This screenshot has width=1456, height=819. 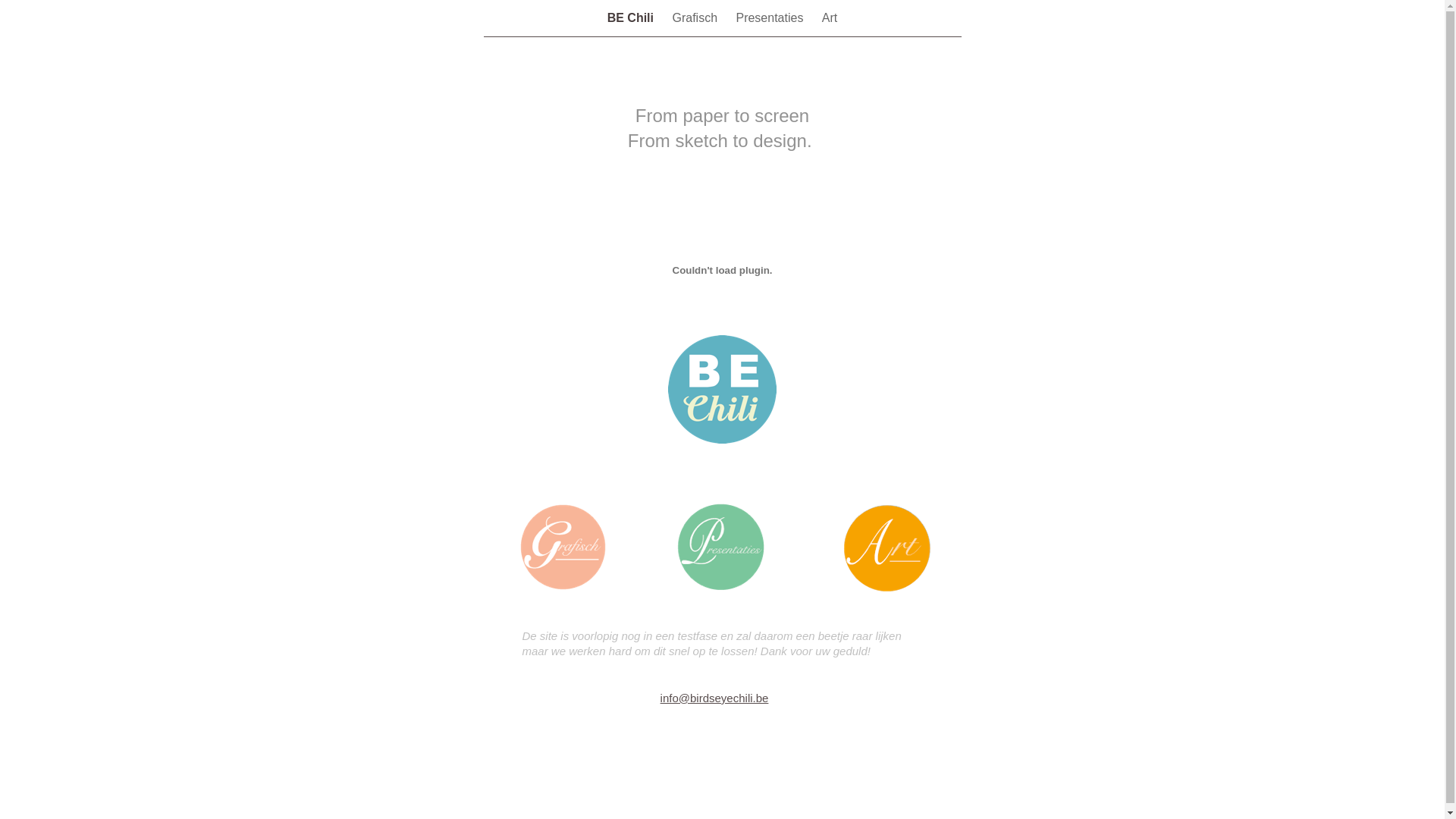 I want to click on 'Art', so click(x=829, y=17).